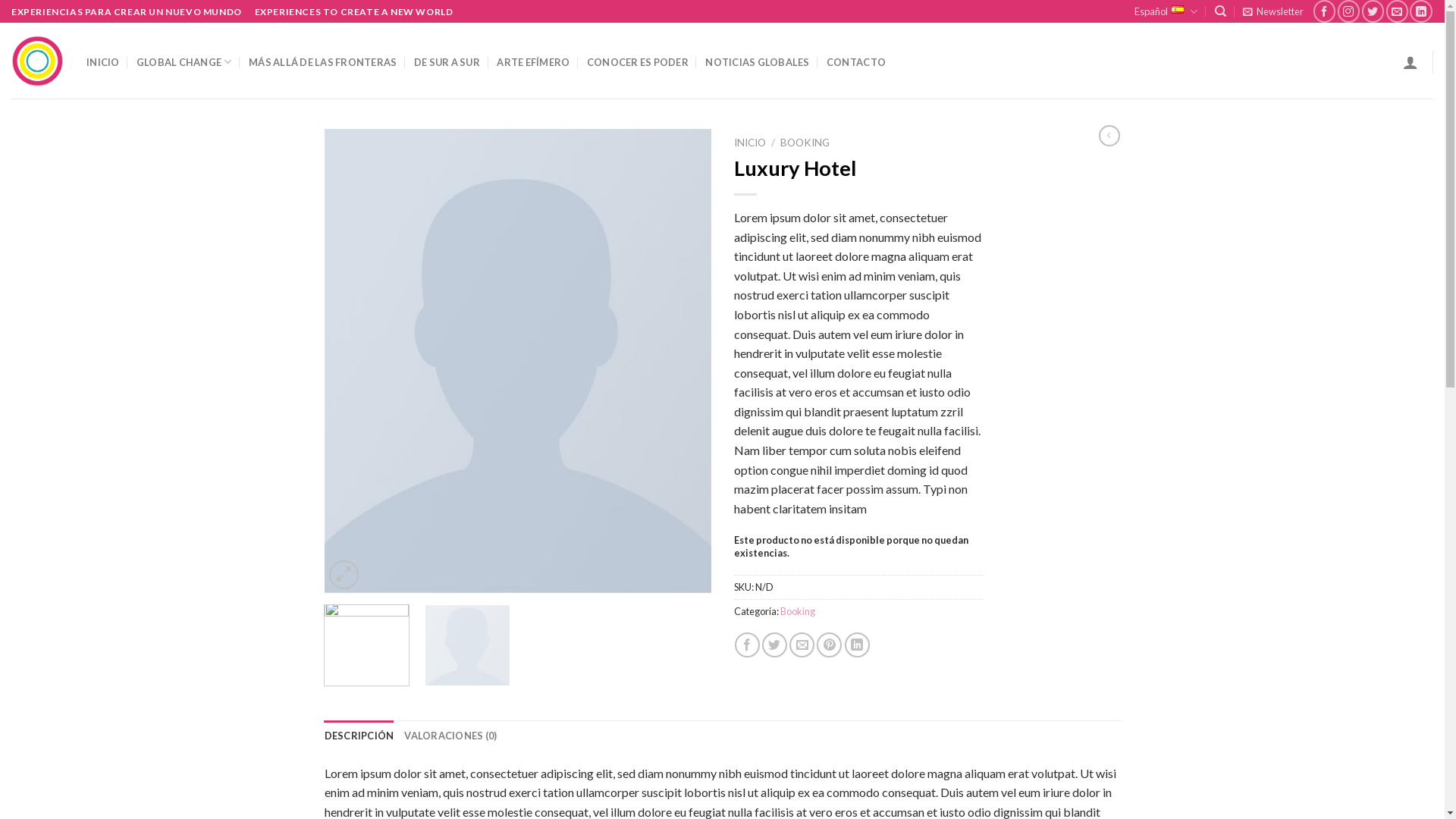  What do you see at coordinates (749, 143) in the screenshot?
I see `'INICIO'` at bounding box center [749, 143].